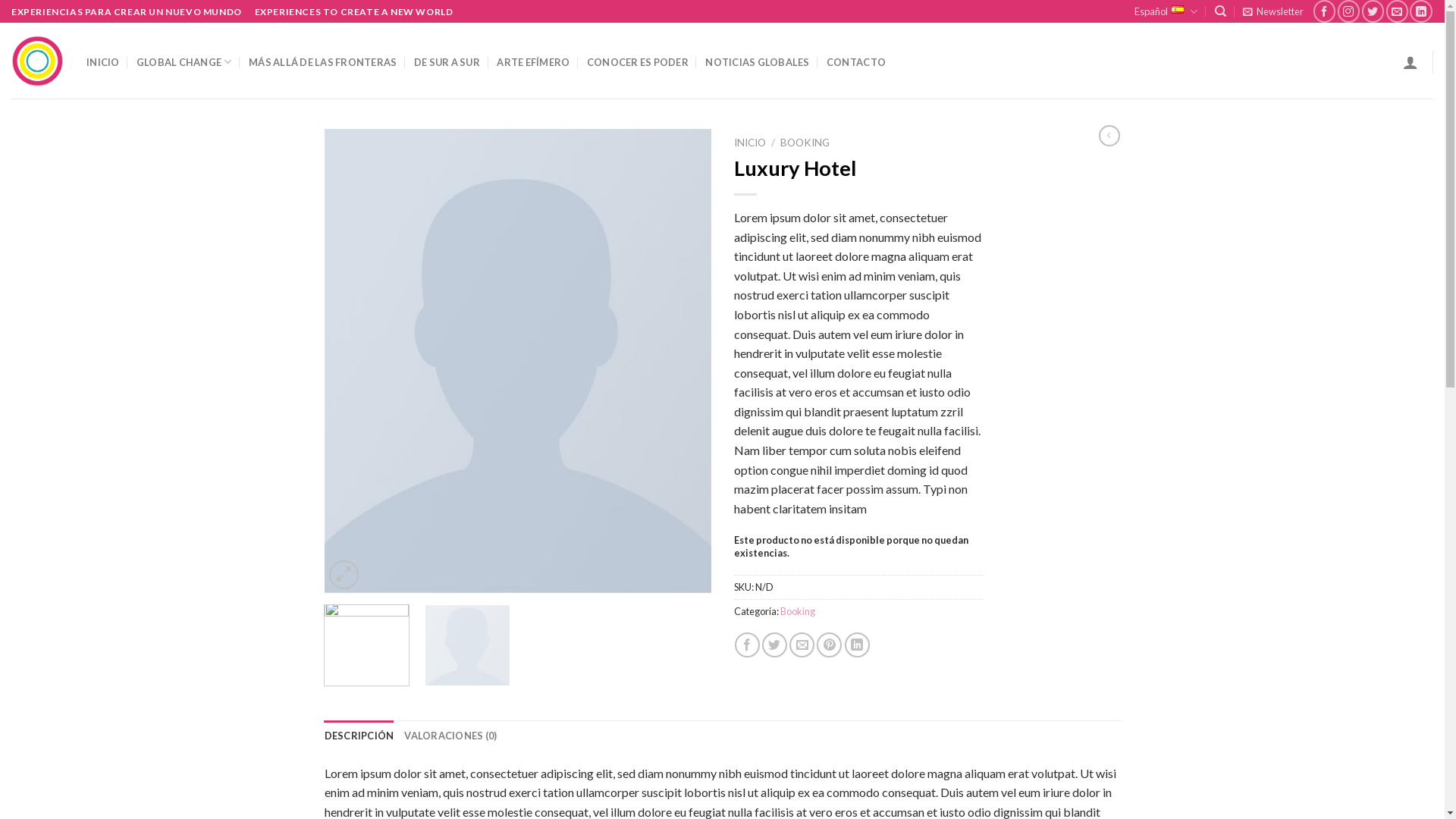  What do you see at coordinates (749, 143) in the screenshot?
I see `'INICIO'` at bounding box center [749, 143].